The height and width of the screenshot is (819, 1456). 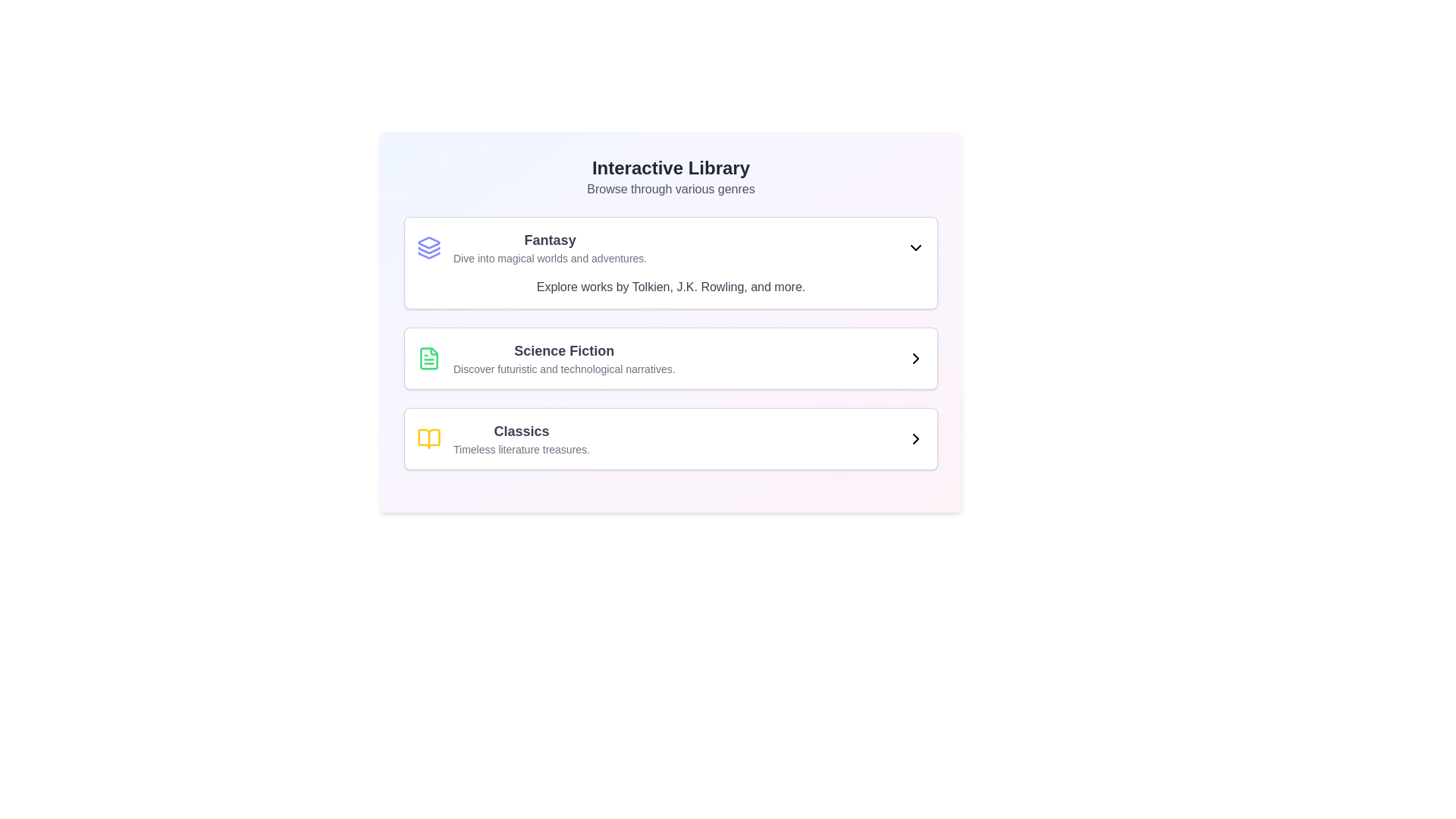 What do you see at coordinates (670, 247) in the screenshot?
I see `the downward chevron arrow on the right side of the 'Fantasy' section` at bounding box center [670, 247].